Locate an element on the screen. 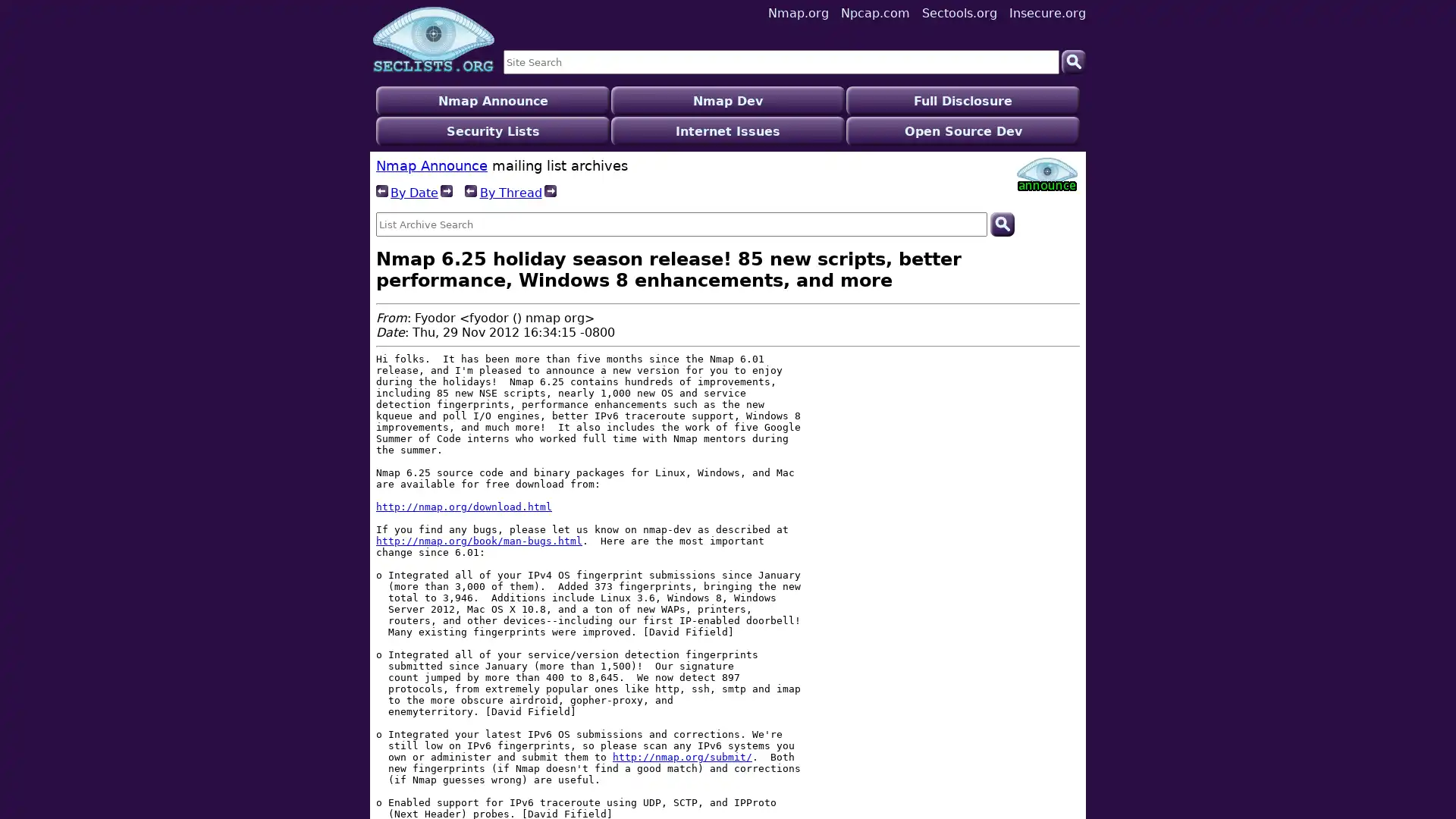 The height and width of the screenshot is (819, 1456). Search is located at coordinates (1073, 61).